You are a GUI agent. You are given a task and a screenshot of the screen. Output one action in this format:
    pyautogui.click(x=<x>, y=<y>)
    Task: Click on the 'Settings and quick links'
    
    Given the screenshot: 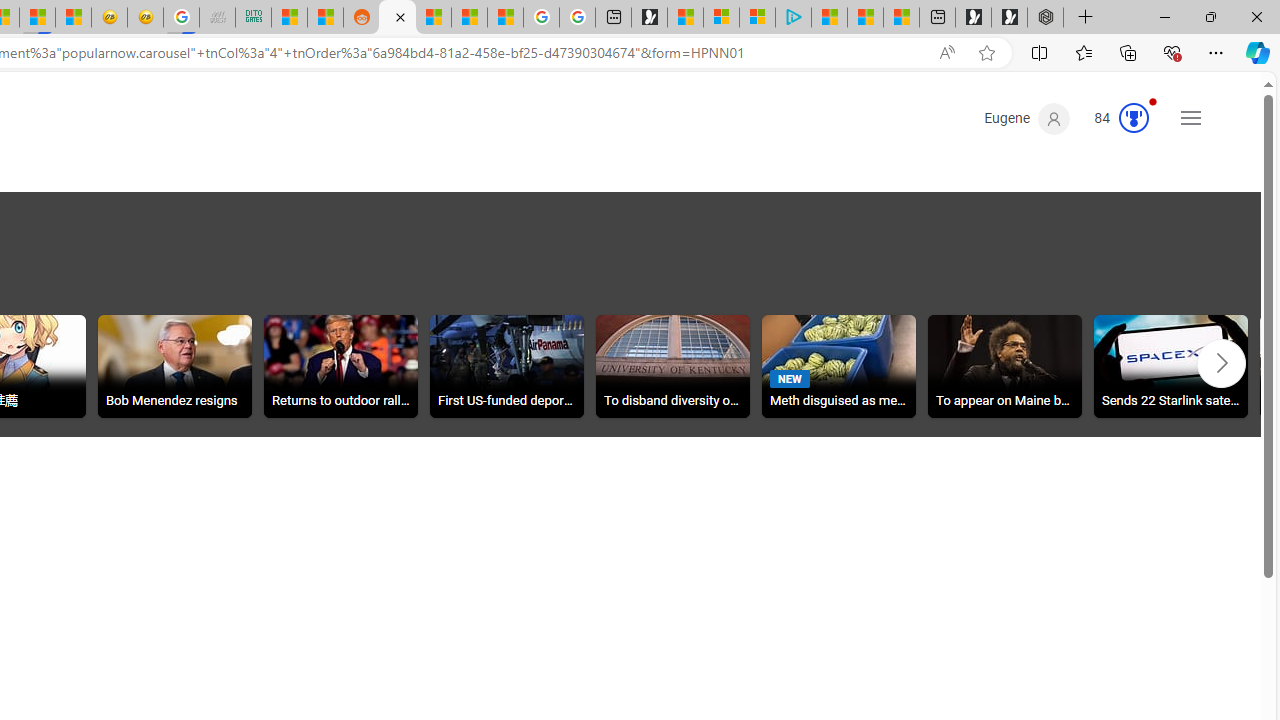 What is the action you would take?
    pyautogui.click(x=1191, y=118)
    